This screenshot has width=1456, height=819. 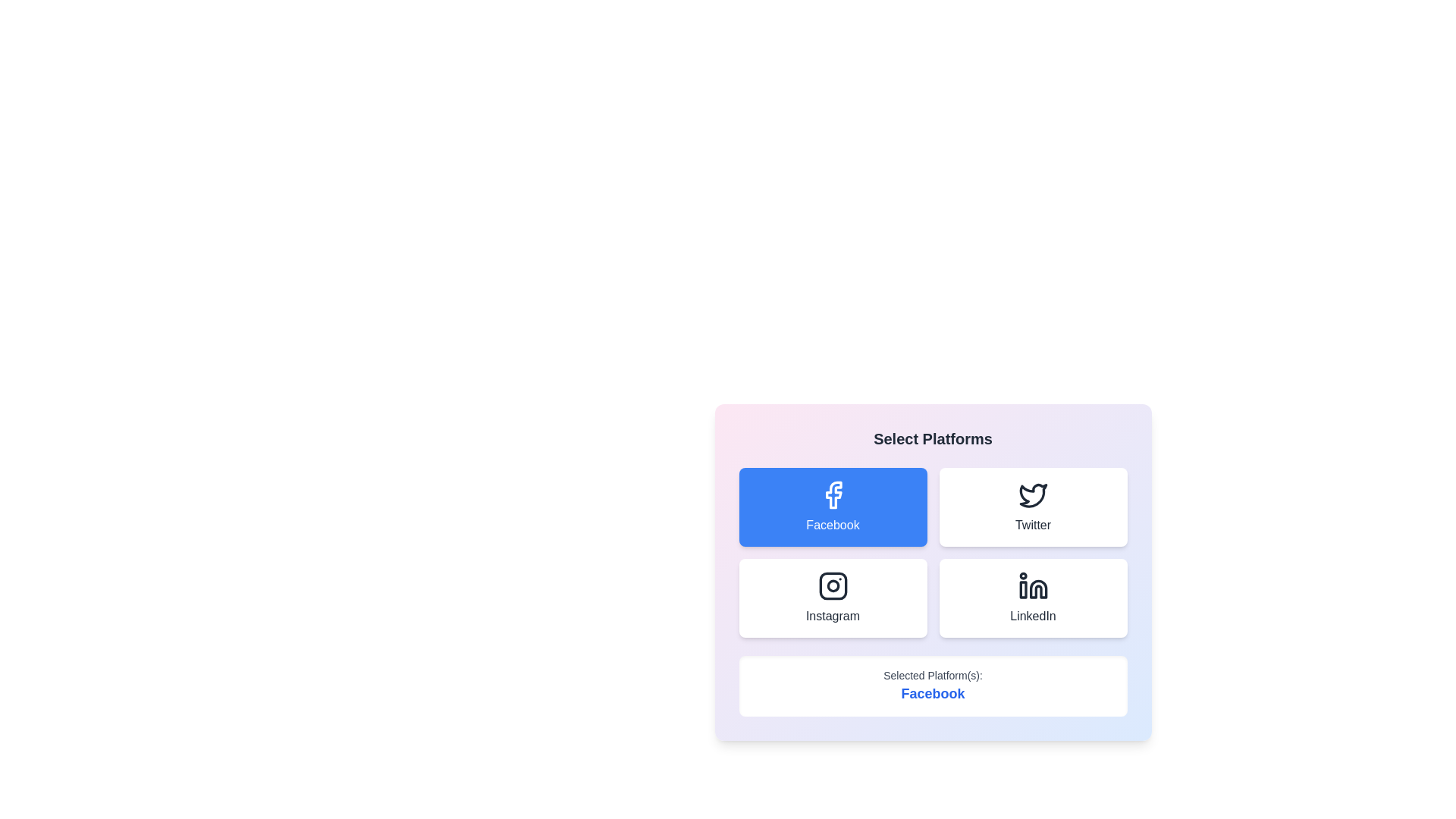 I want to click on the Twitter button, so click(x=1032, y=507).